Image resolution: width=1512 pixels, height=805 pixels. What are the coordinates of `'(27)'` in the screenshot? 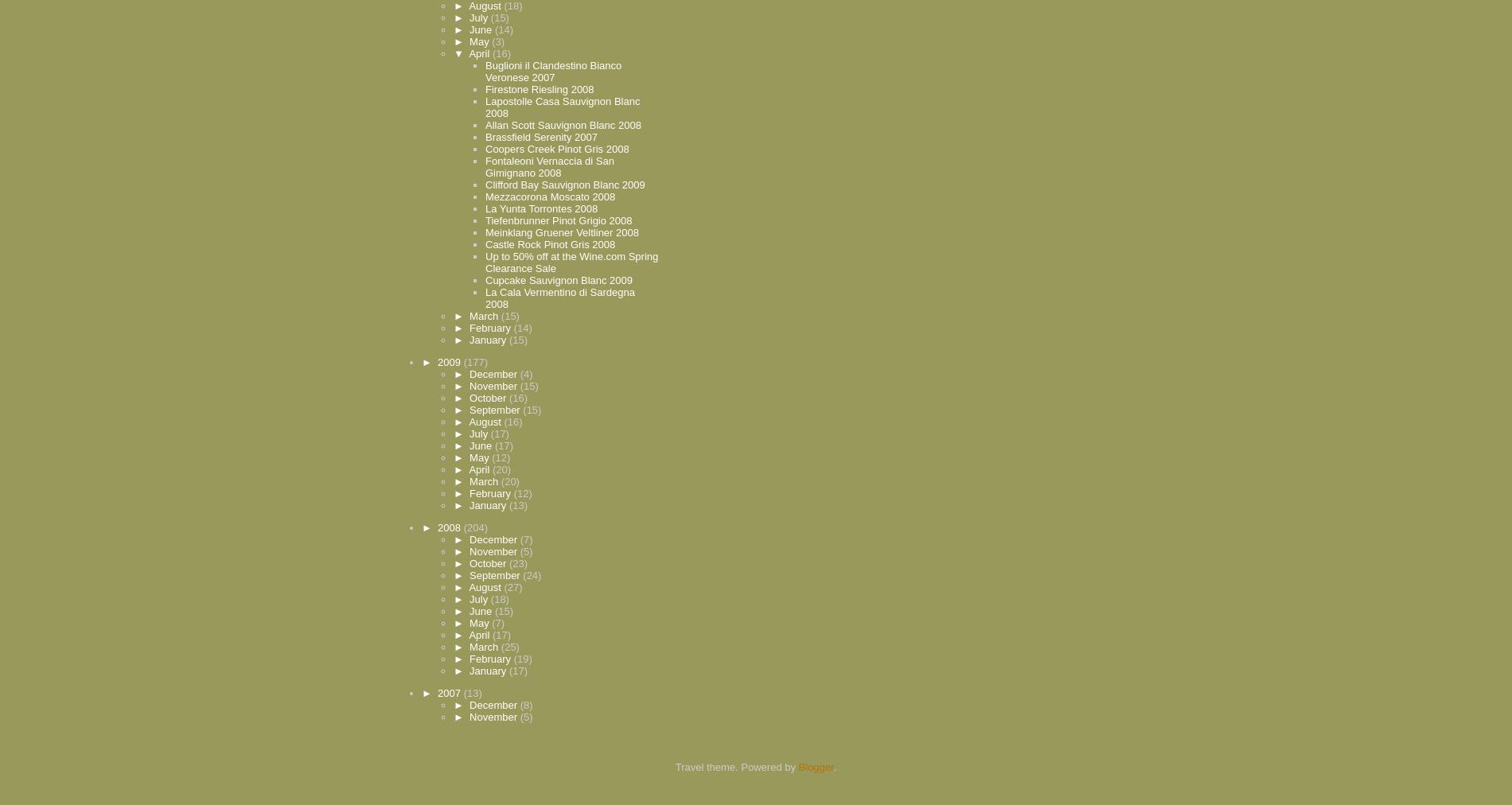 It's located at (512, 586).